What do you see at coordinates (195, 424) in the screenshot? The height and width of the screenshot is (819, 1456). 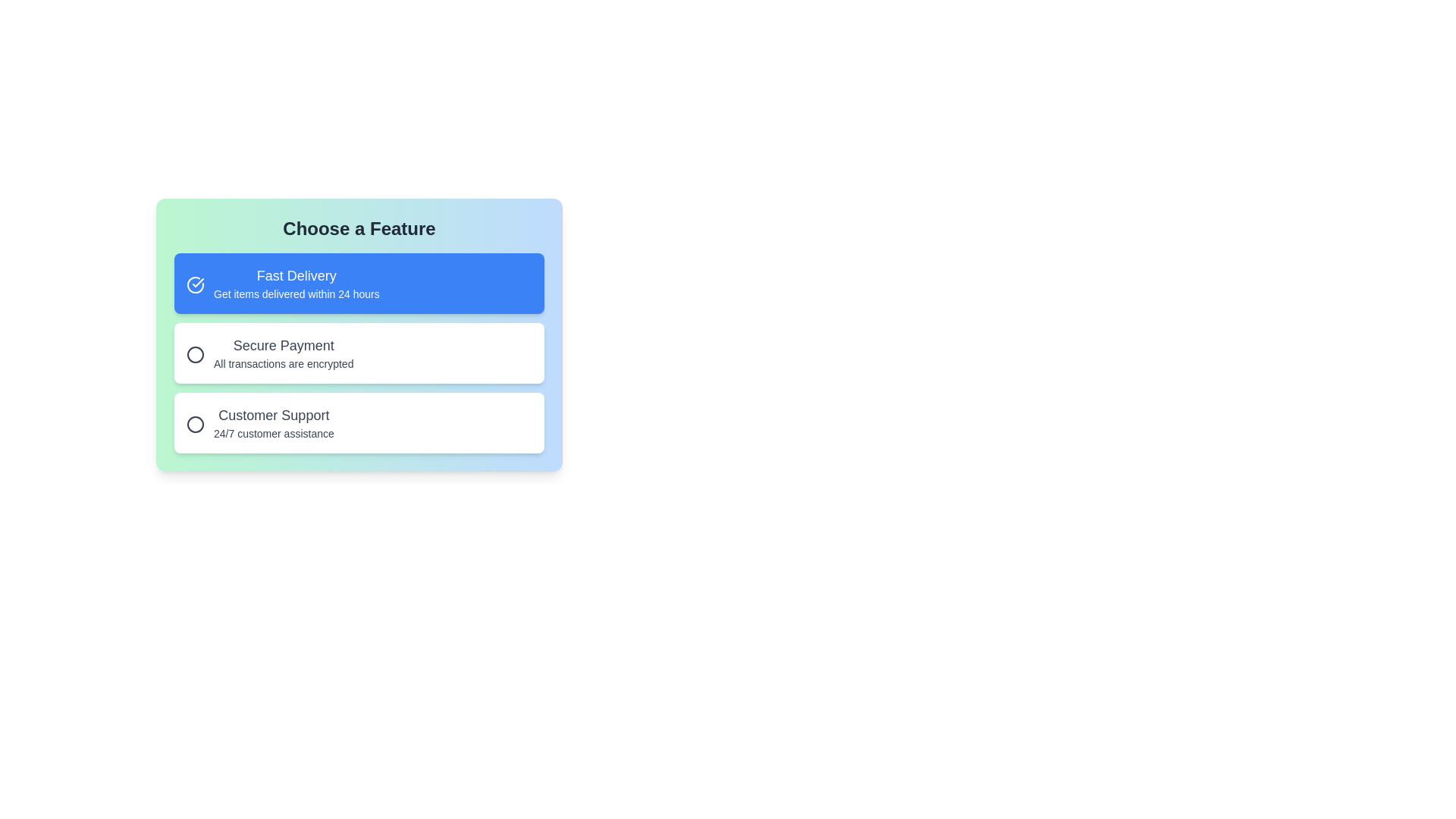 I see `the circular selector marker located before the 'Customer Support' label` at bounding box center [195, 424].